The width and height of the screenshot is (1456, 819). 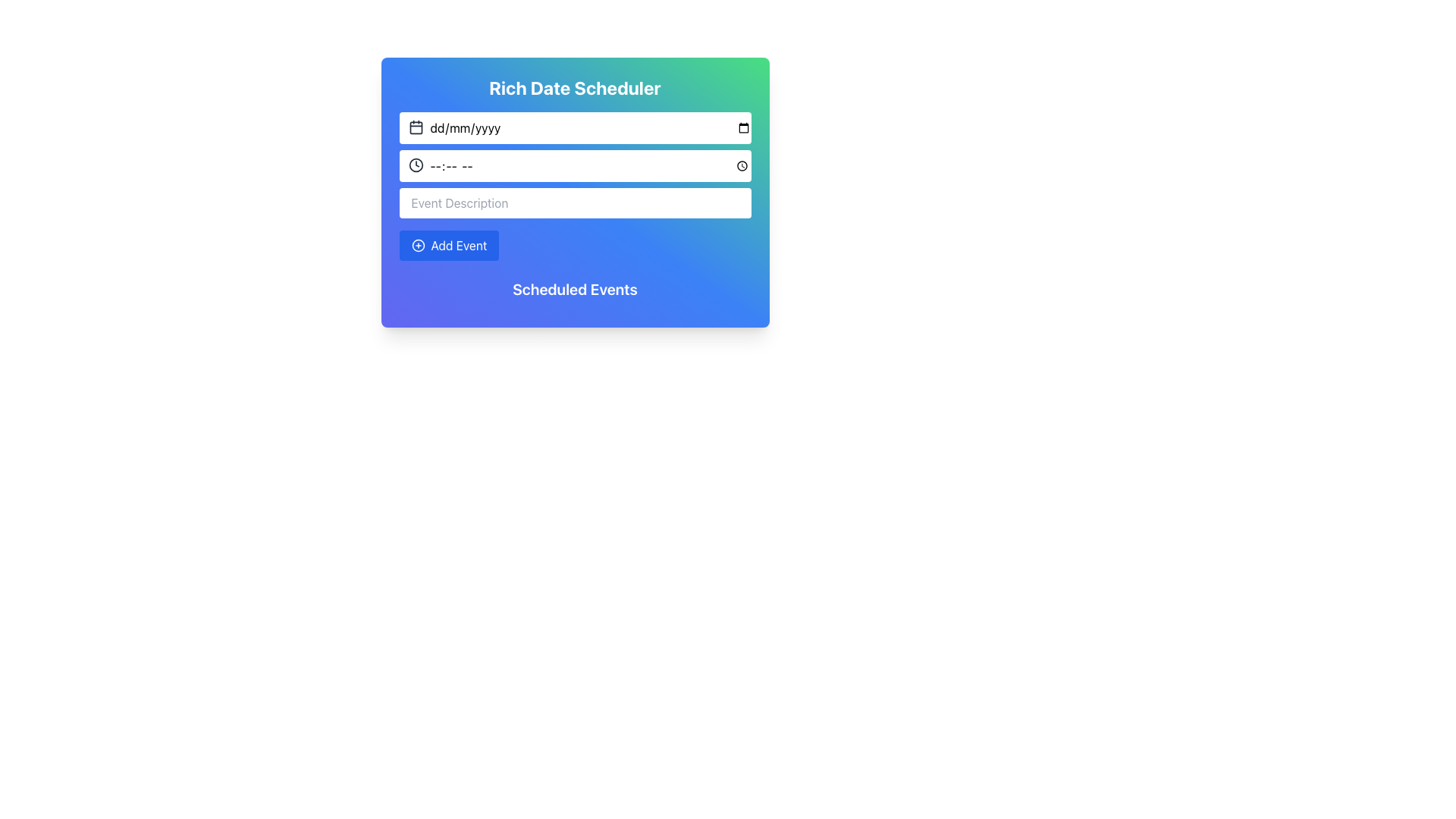 What do you see at coordinates (416, 127) in the screenshot?
I see `the SVG rectangle with rounded corners that is part of the calendar icon located to the left of the first input field in the 'Rich Date Scheduler' card` at bounding box center [416, 127].